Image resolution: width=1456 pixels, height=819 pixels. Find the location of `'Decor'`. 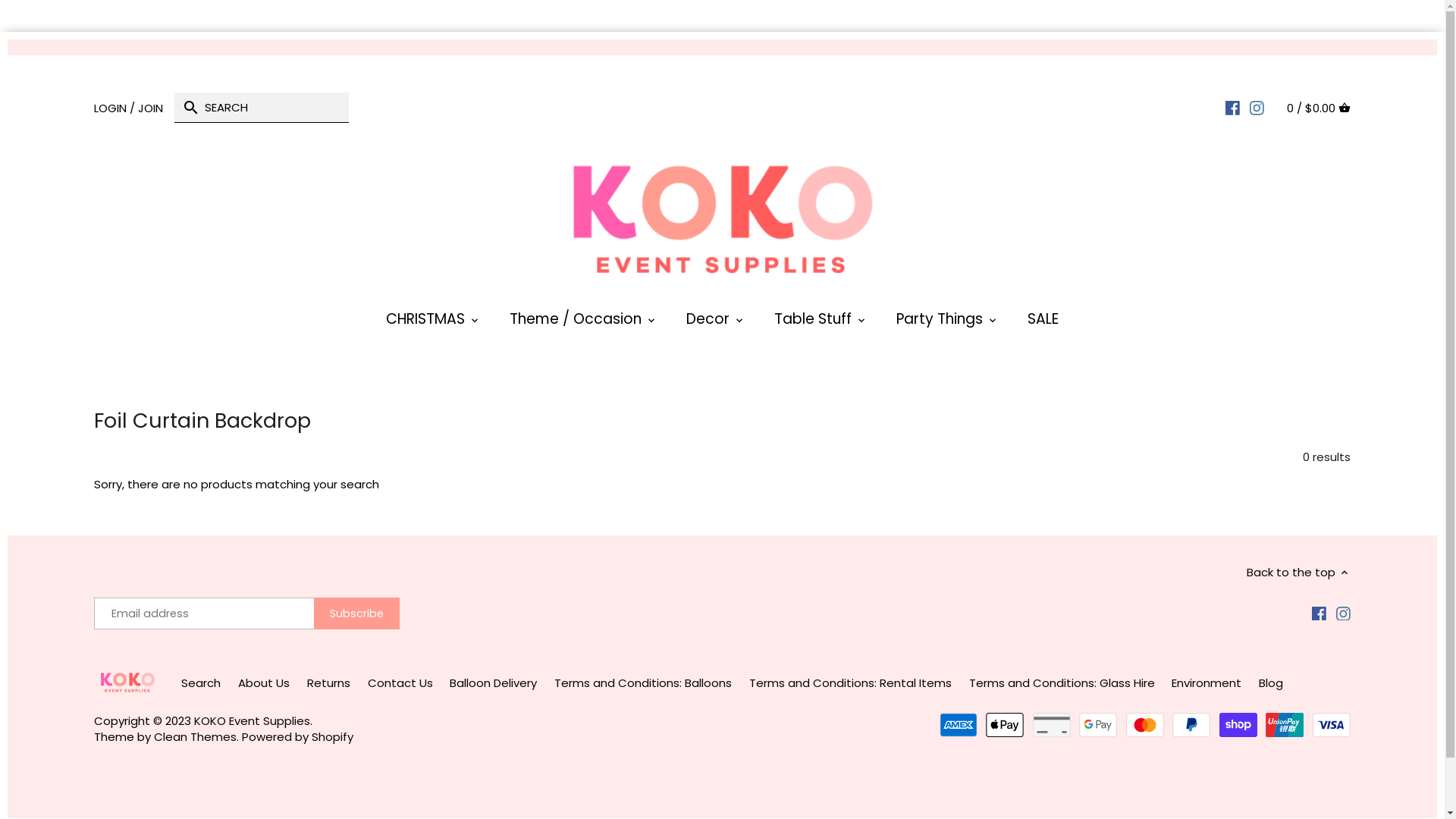

'Decor' is located at coordinates (707, 322).